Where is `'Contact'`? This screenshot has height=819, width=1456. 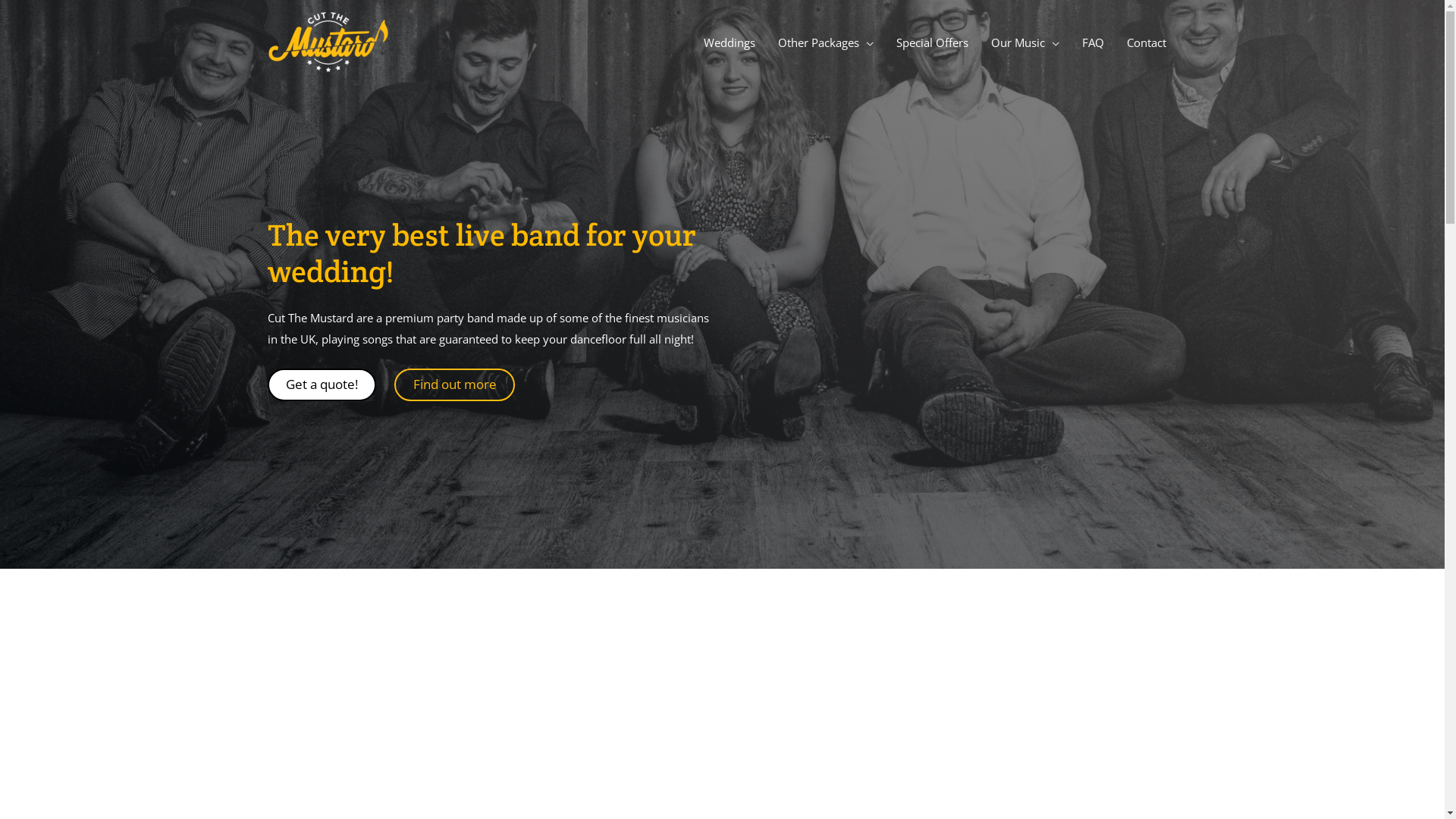 'Contact' is located at coordinates (1146, 40).